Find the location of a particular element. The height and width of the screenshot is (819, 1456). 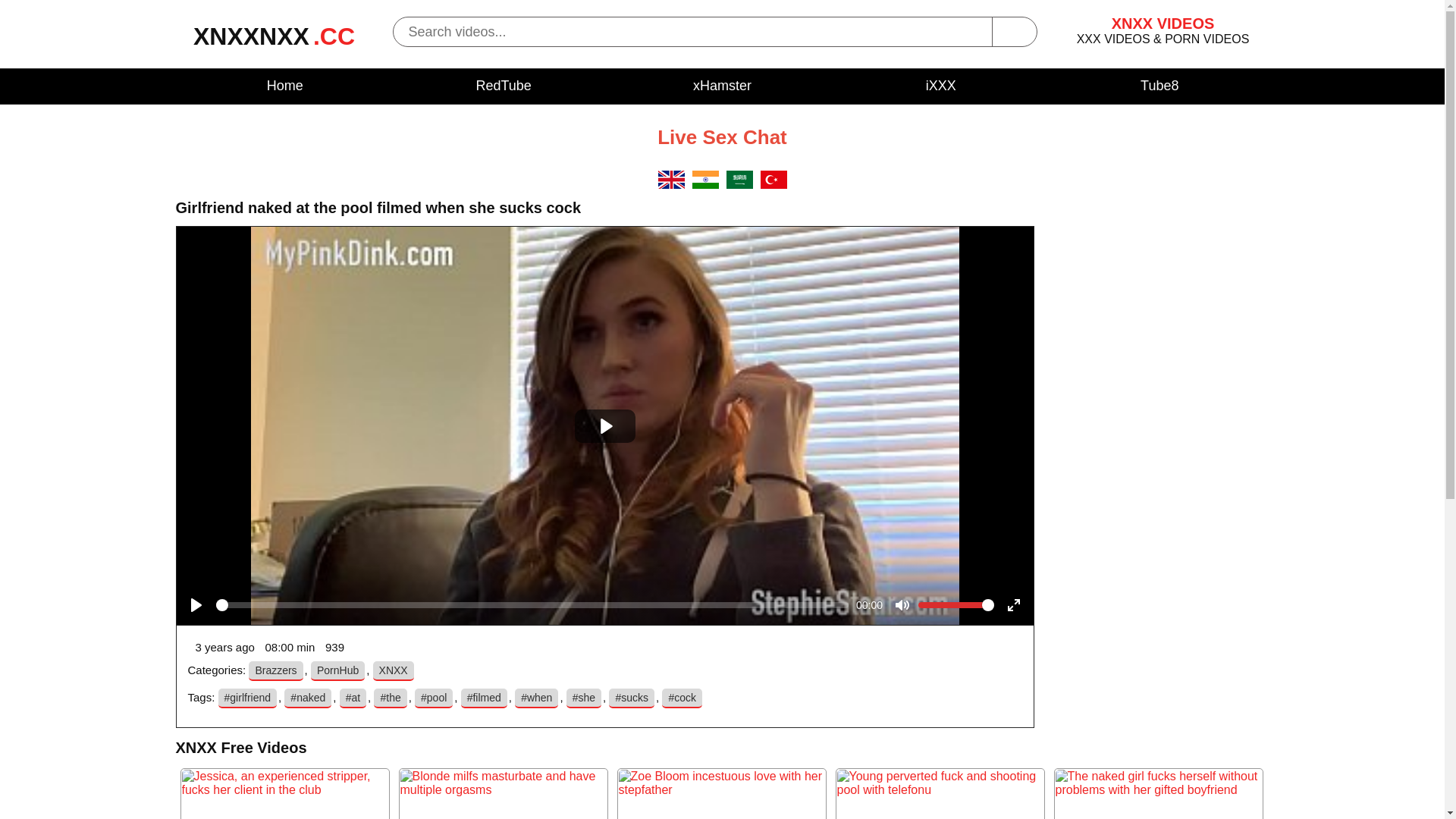

'TR' is located at coordinates (760, 184).